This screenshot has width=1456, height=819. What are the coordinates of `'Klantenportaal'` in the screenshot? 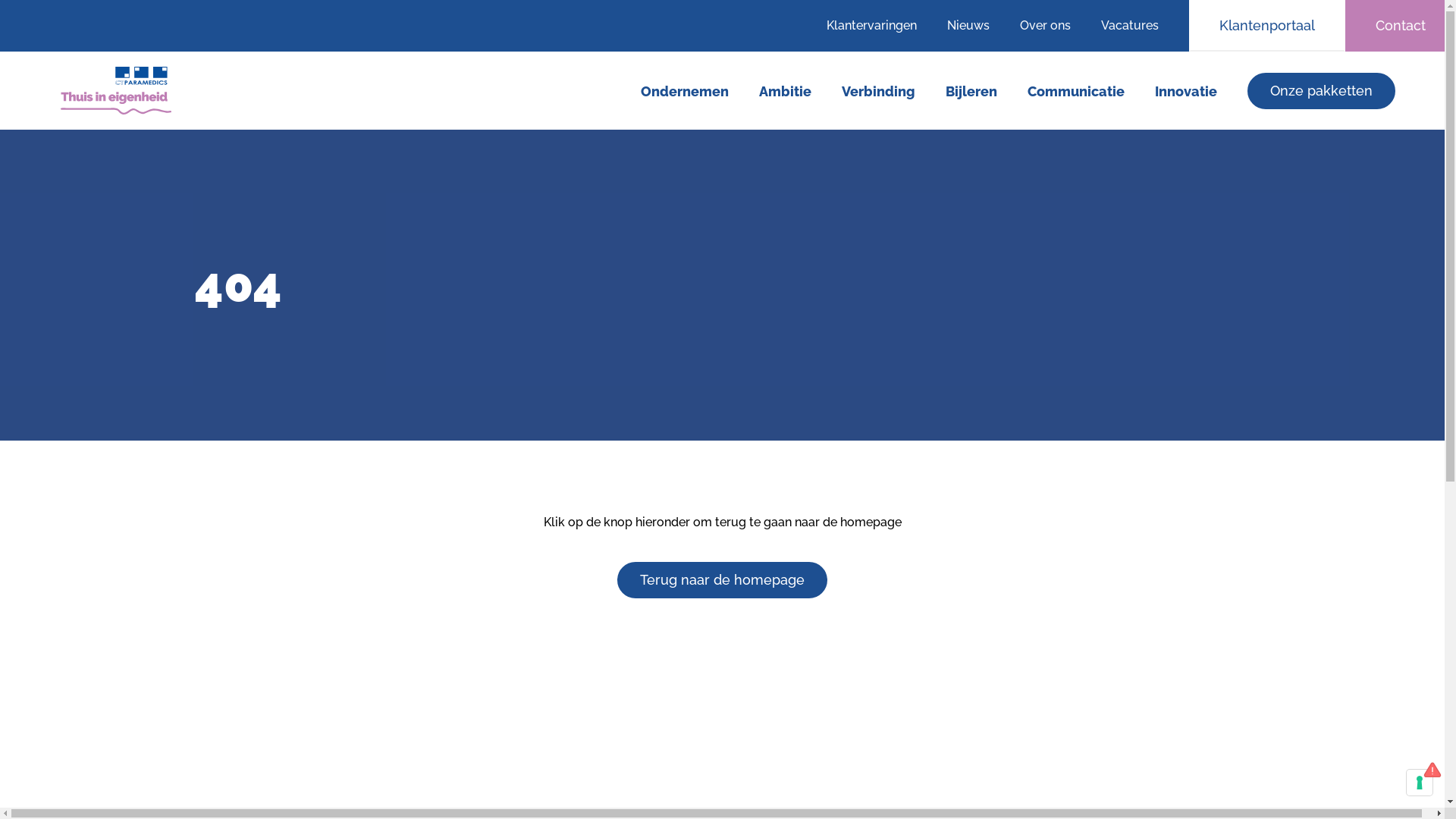 It's located at (1188, 26).